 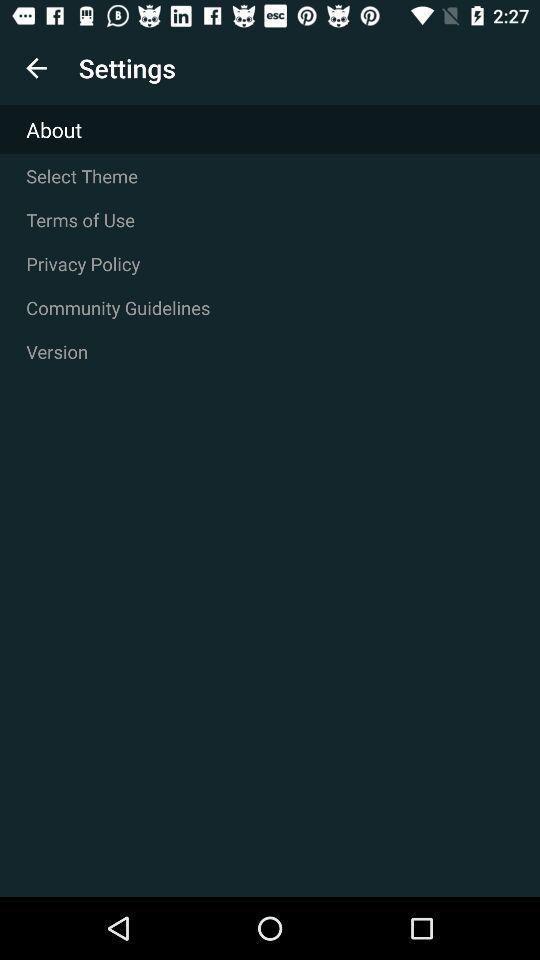 What do you see at coordinates (270, 220) in the screenshot?
I see `terms of use icon` at bounding box center [270, 220].